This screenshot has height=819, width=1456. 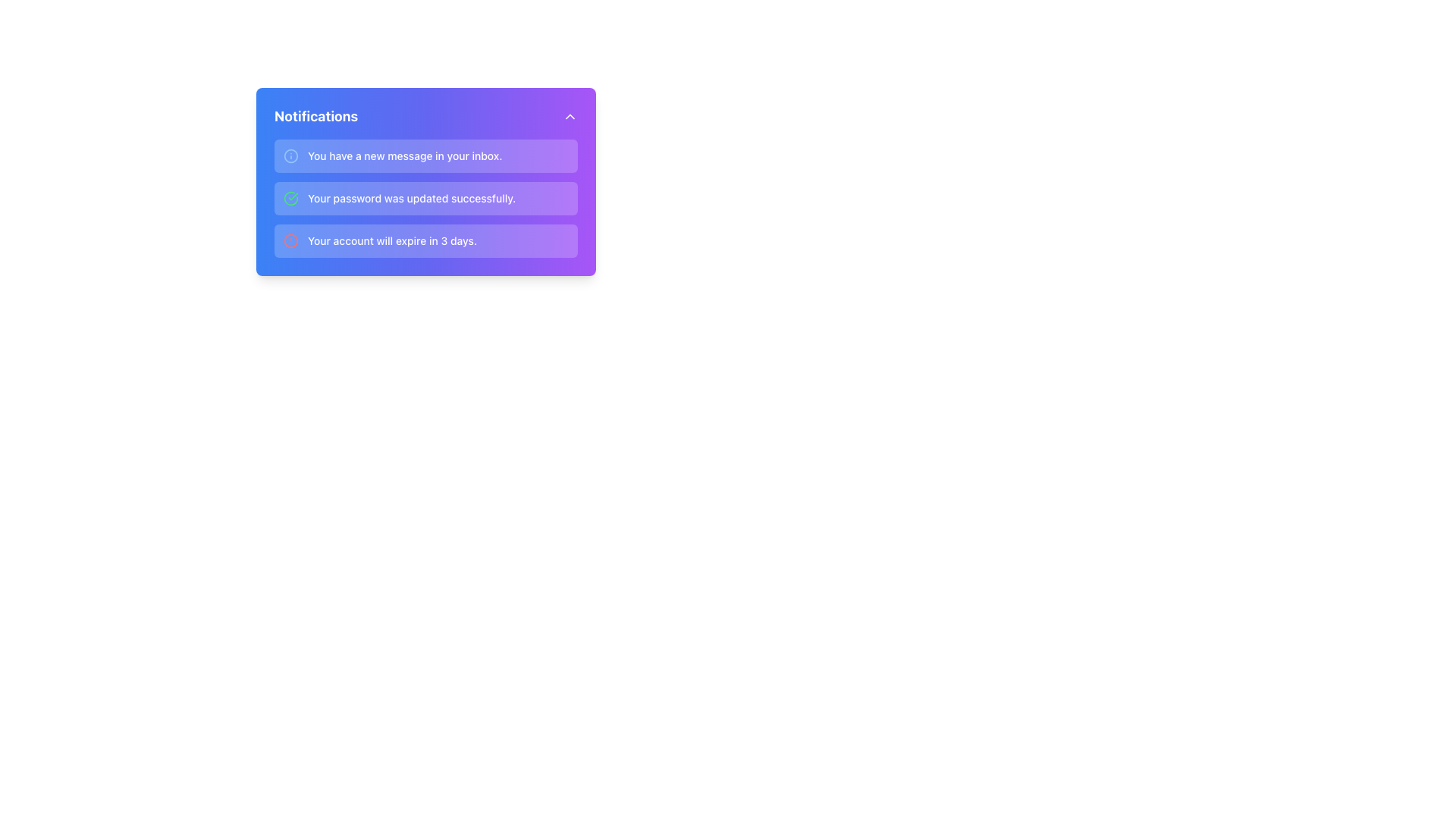 I want to click on notifications from the primary notification card, which is a rectangular card with a blue to purple gradient background containing multiple textual notifications in white, so click(x=425, y=180).